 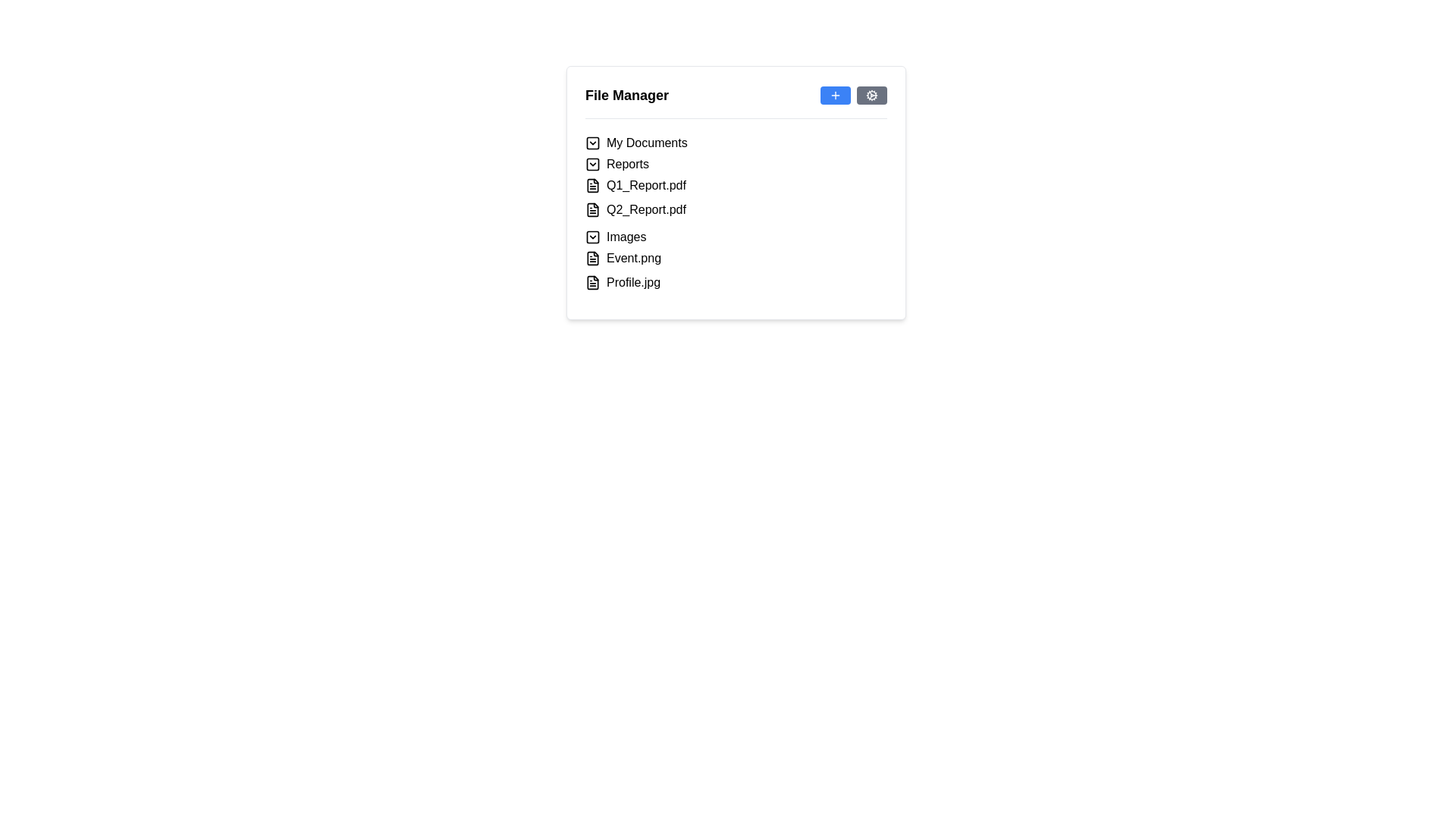 I want to click on the Toggle icon for the 'Images' folder in the file manager to provide visual feedback, so click(x=592, y=237).